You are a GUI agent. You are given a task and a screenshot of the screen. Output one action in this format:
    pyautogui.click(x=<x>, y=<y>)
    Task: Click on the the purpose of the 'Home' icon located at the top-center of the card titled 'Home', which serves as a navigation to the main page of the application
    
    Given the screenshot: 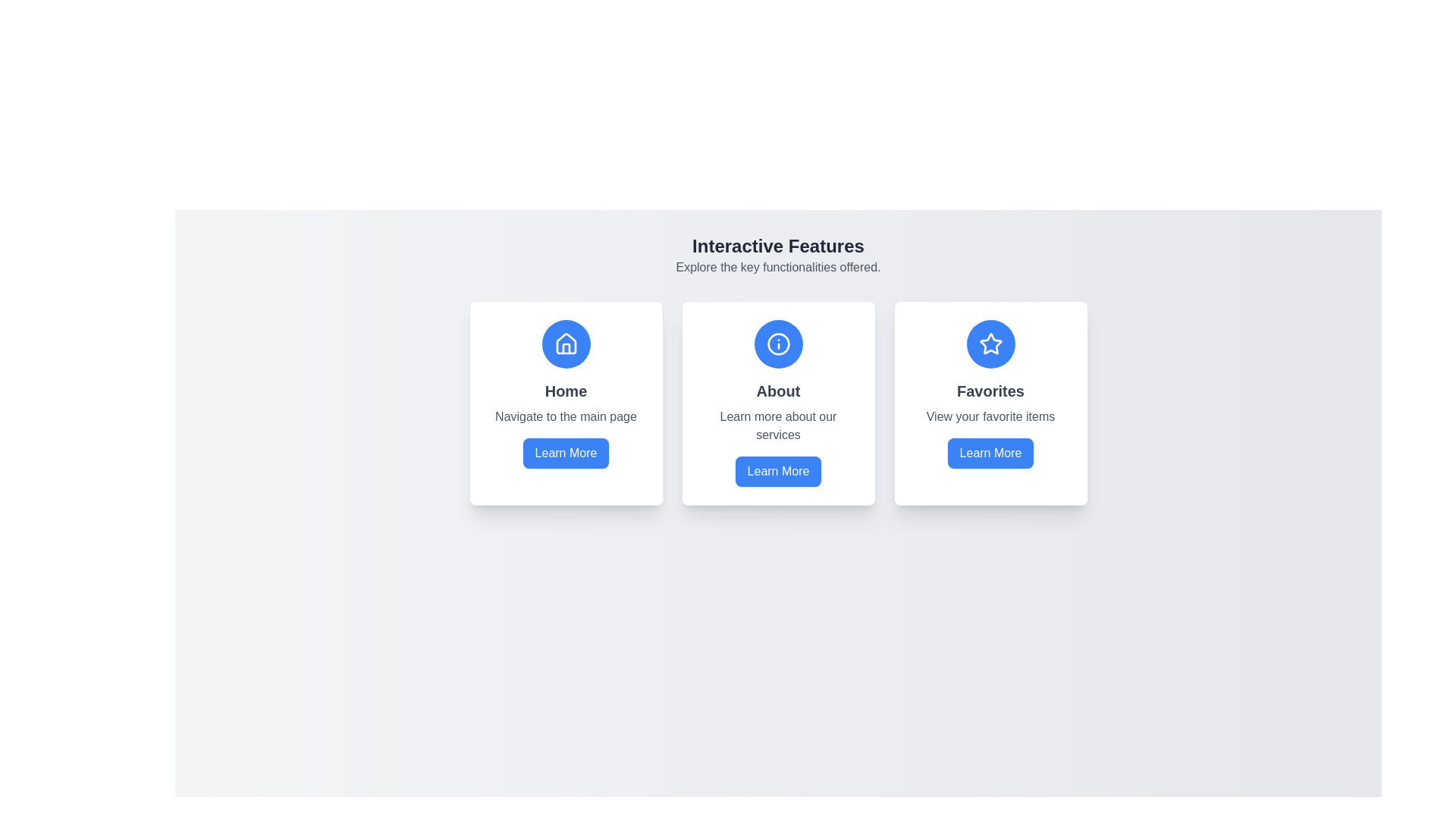 What is the action you would take?
    pyautogui.click(x=565, y=344)
    